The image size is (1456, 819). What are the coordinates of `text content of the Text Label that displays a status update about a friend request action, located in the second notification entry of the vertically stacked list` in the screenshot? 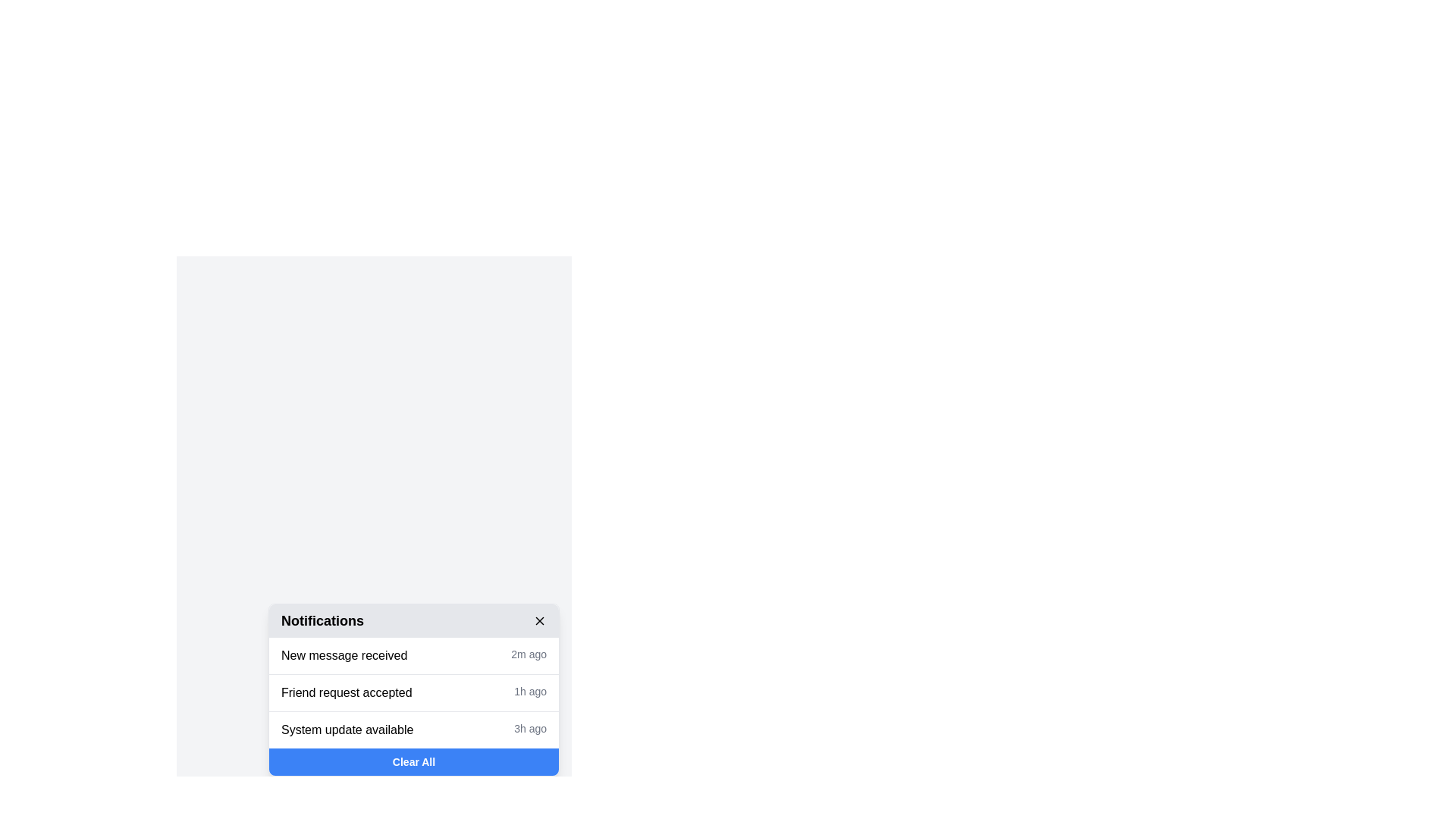 It's located at (346, 693).